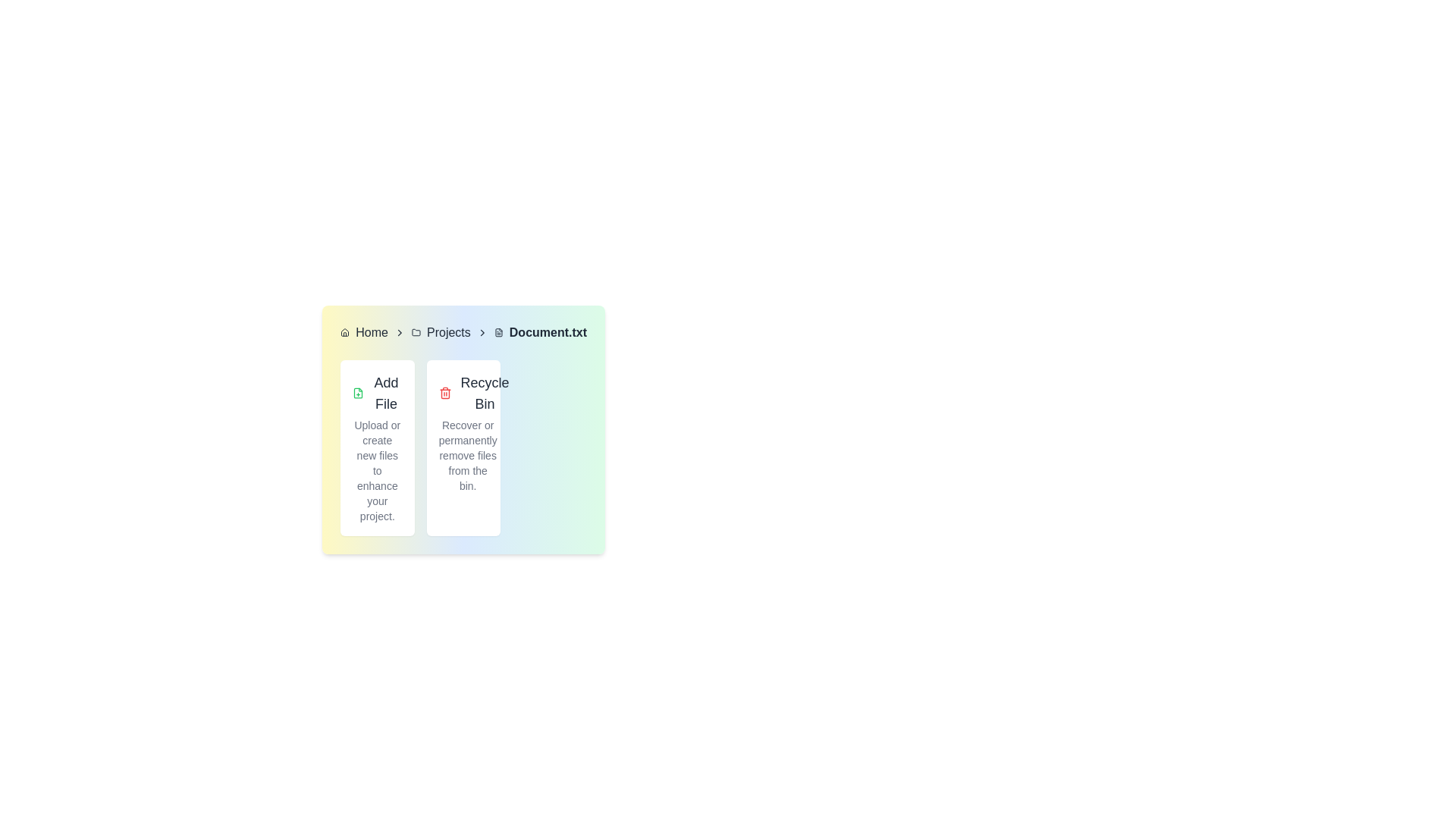 The width and height of the screenshot is (1456, 819). What do you see at coordinates (467, 455) in the screenshot?
I see `the text label displaying the message 'Recover or permanently remove files from the bin.' which is styled in a small, gray-colored font and located below the title 'Recycle Bin'` at bounding box center [467, 455].